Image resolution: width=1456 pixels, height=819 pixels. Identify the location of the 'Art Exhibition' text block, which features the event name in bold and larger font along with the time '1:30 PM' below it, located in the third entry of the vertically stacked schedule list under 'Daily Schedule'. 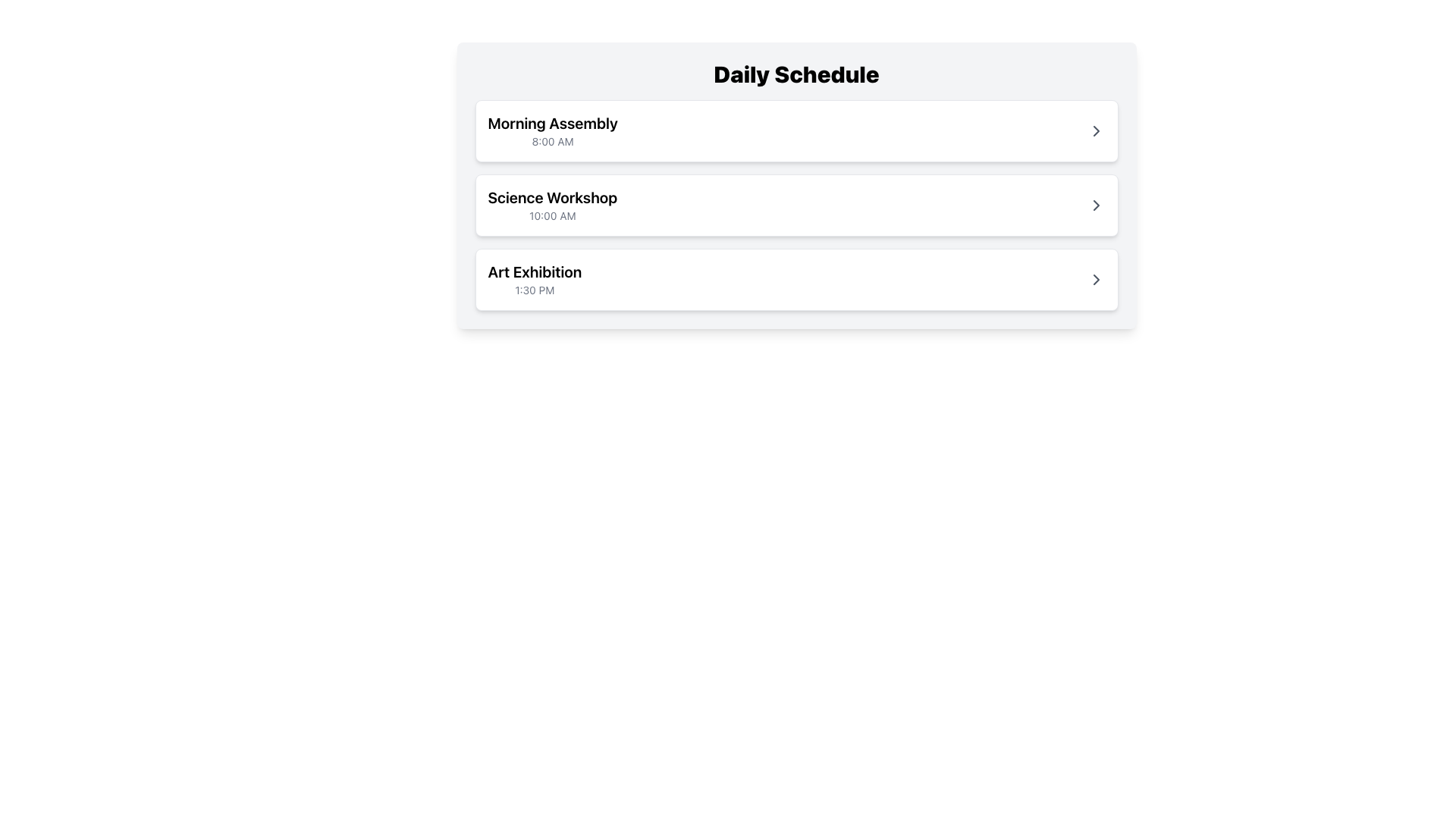
(535, 280).